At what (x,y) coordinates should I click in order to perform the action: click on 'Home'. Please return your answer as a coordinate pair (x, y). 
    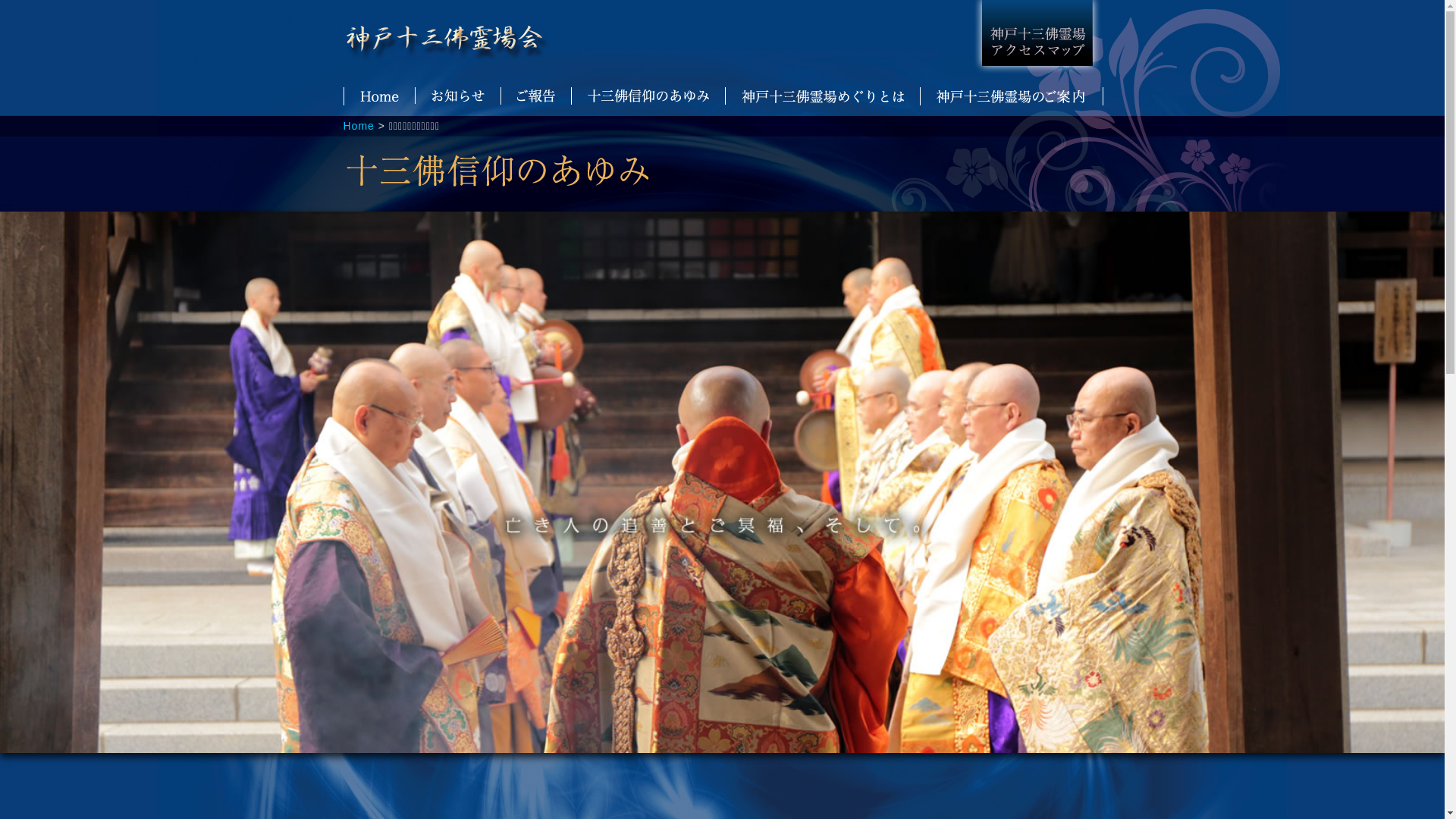
    Looking at the image, I should click on (357, 124).